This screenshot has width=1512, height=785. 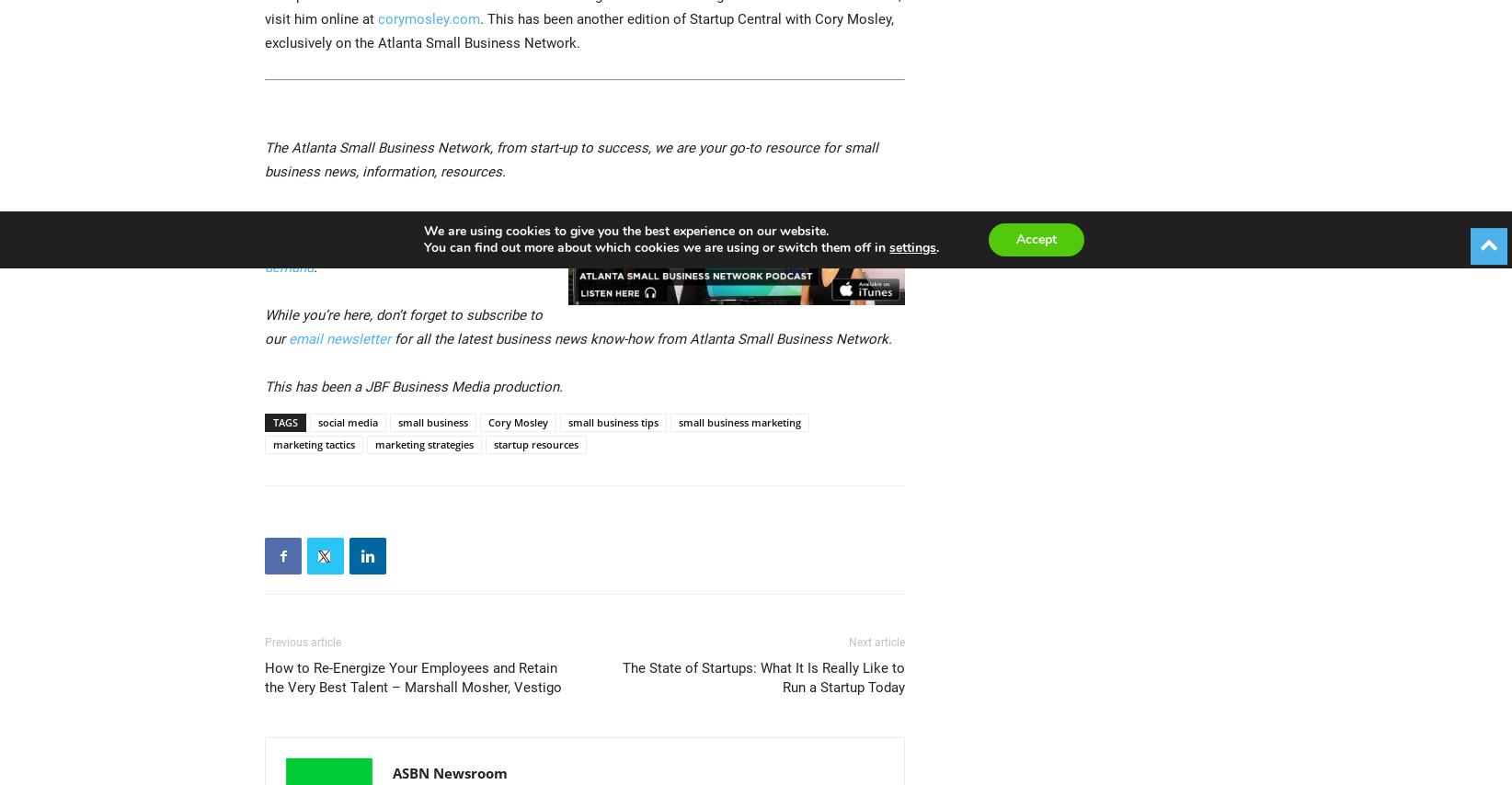 I want to click on 'settings', so click(x=911, y=246).